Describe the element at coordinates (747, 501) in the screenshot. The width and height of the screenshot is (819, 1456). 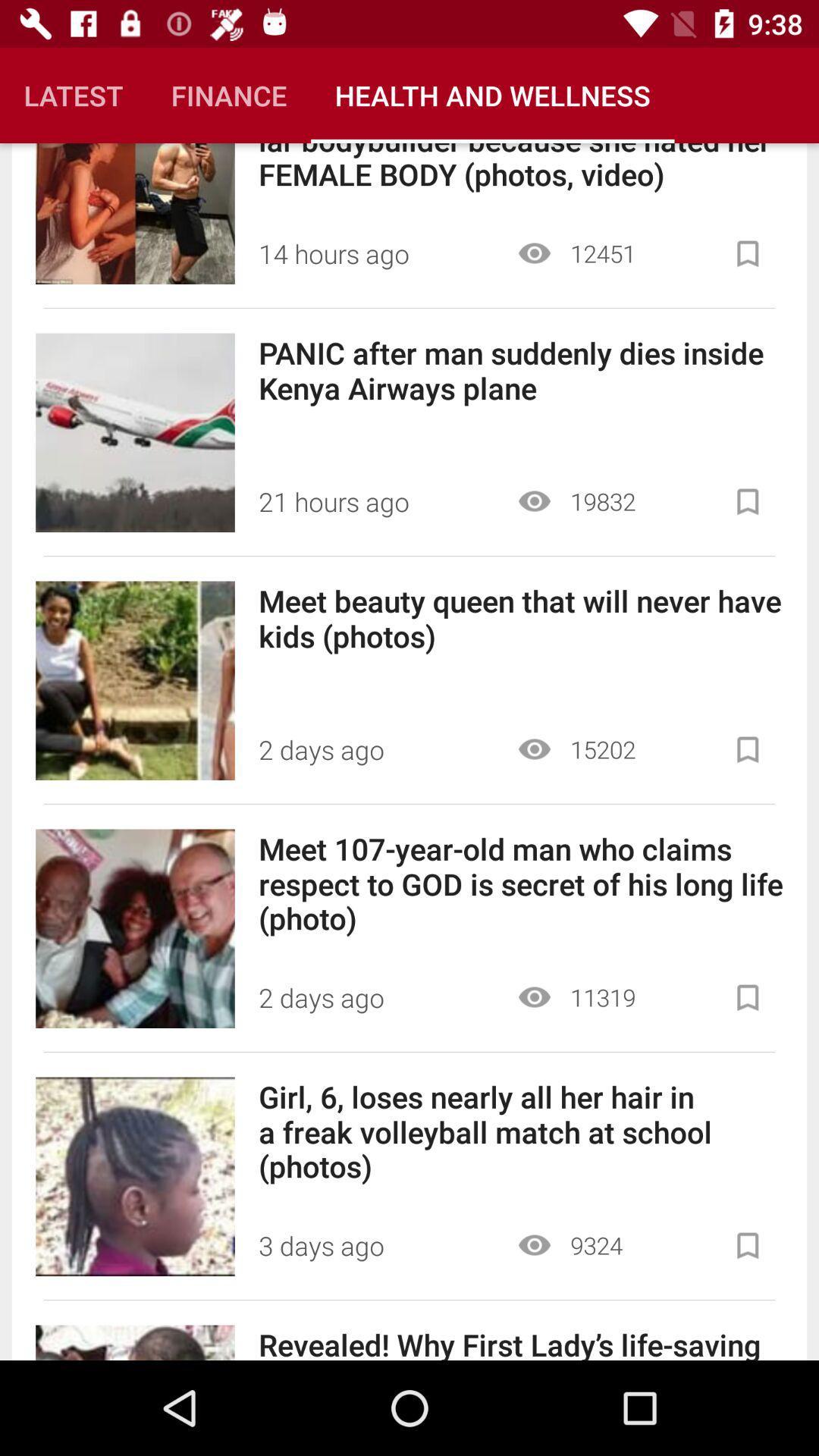
I see `additional options for this news item` at that location.